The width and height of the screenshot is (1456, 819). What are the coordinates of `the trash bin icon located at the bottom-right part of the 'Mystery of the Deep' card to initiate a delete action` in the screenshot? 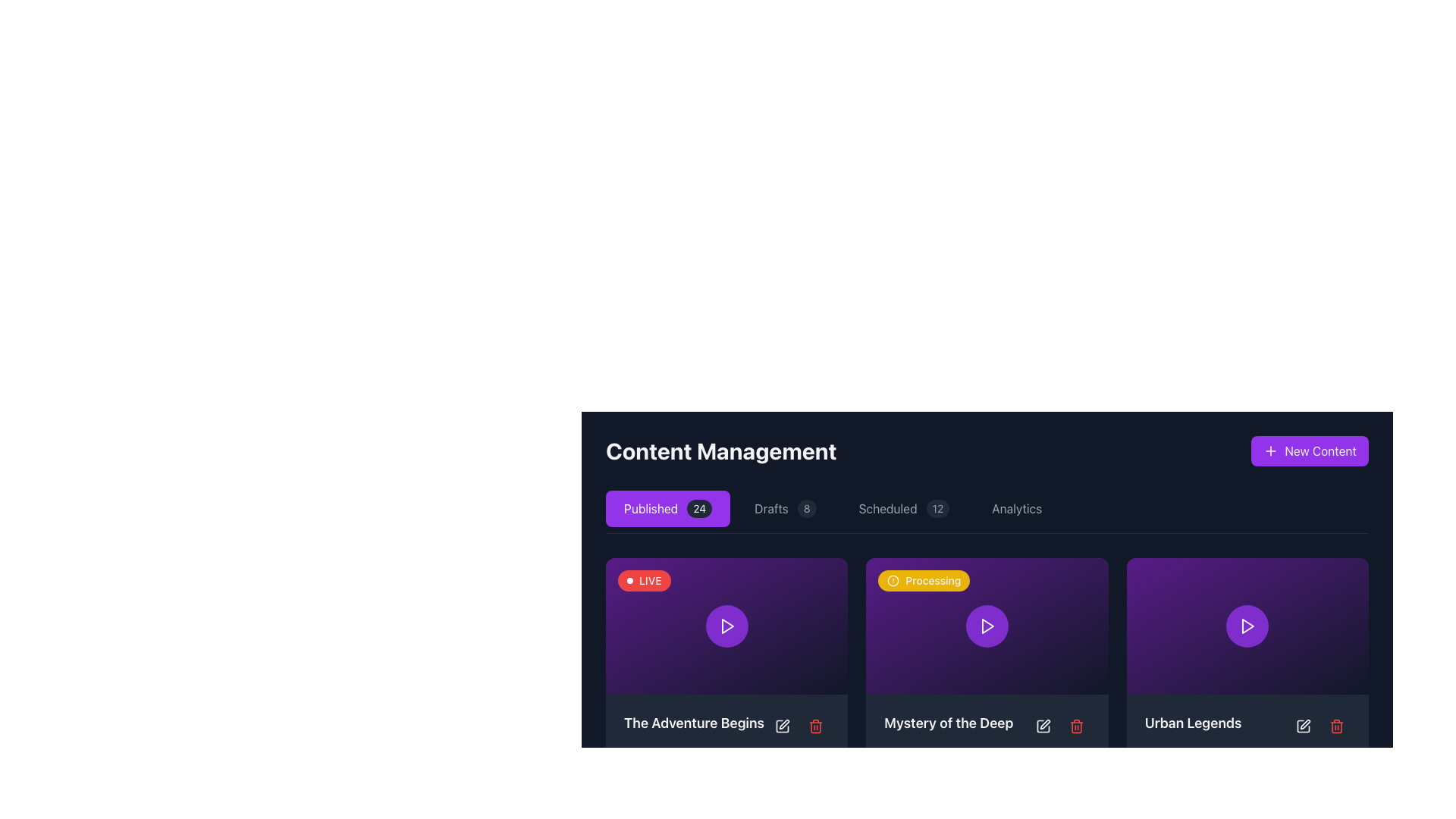 It's located at (1075, 726).